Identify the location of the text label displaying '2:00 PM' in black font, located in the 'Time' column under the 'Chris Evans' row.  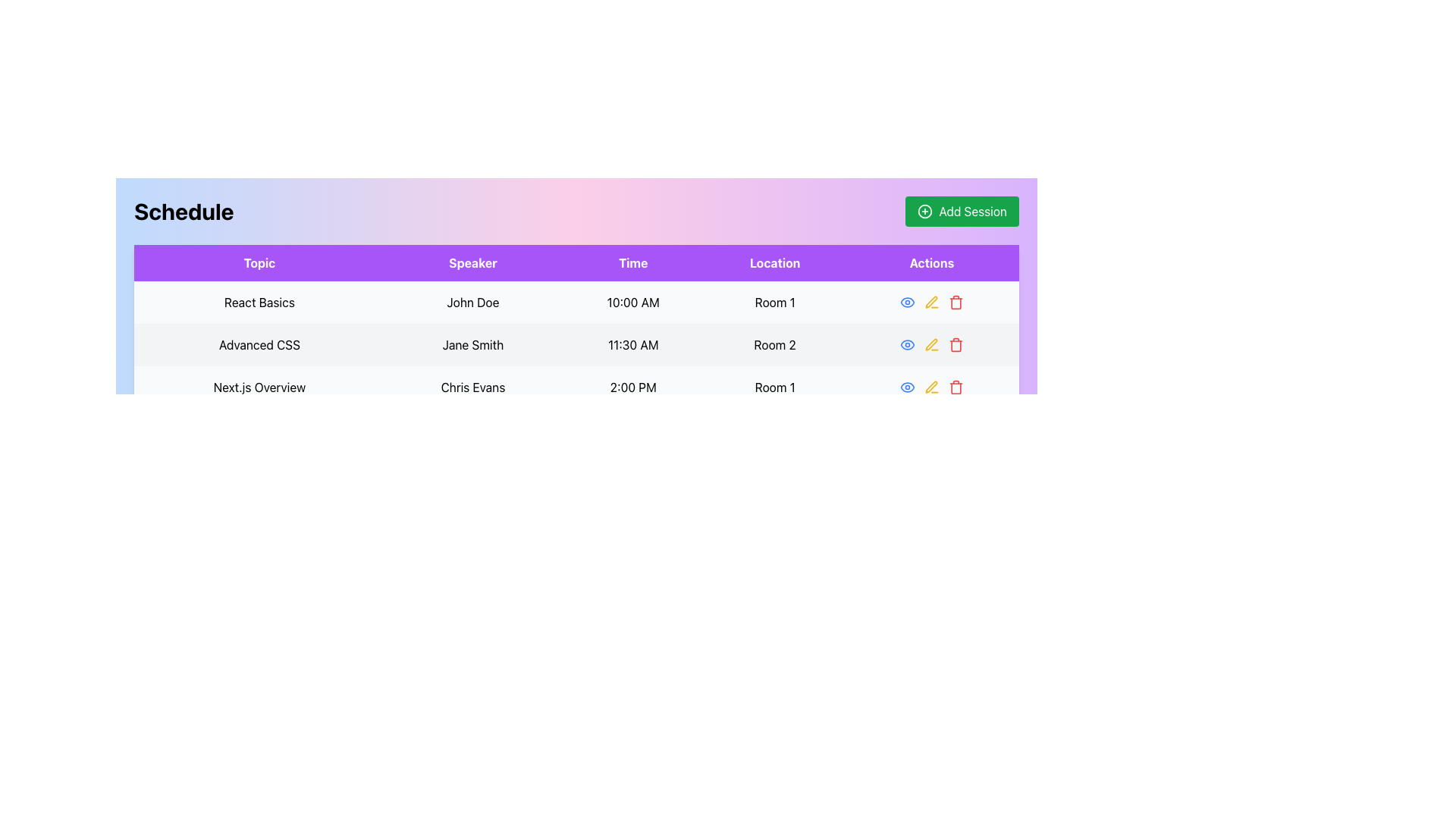
(633, 386).